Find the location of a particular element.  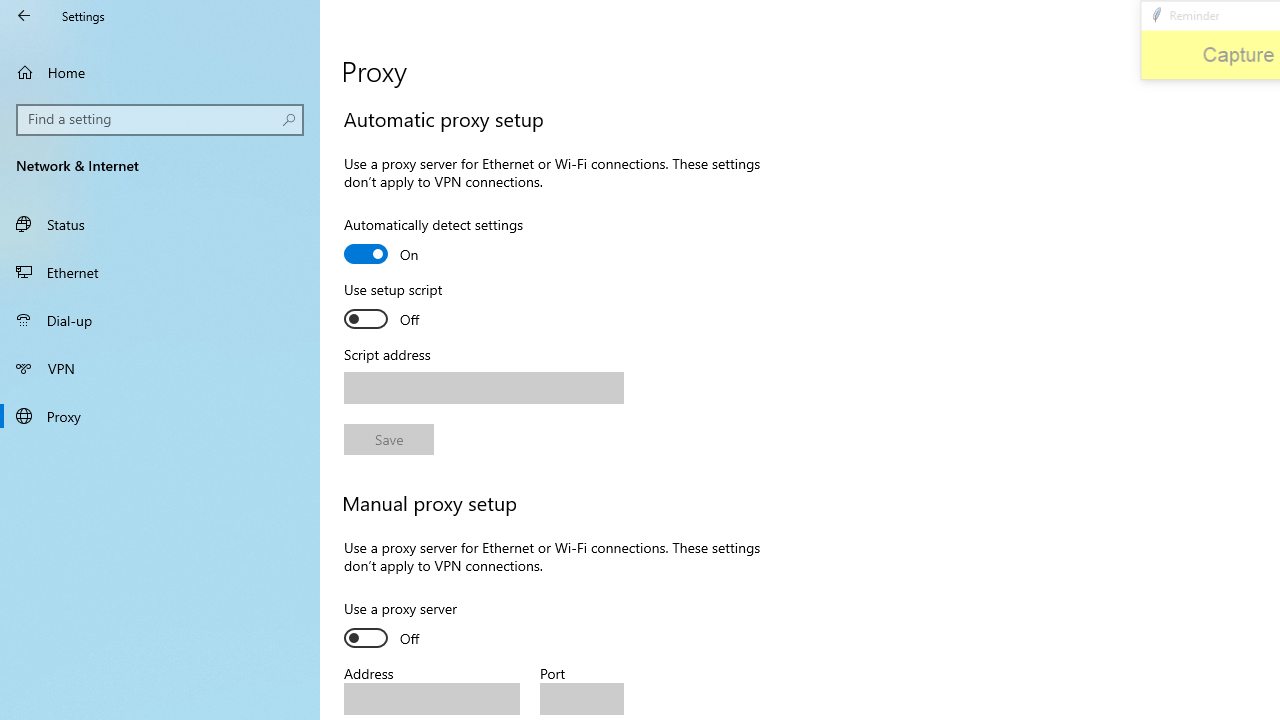

'Search box, Find a setting' is located at coordinates (160, 119).